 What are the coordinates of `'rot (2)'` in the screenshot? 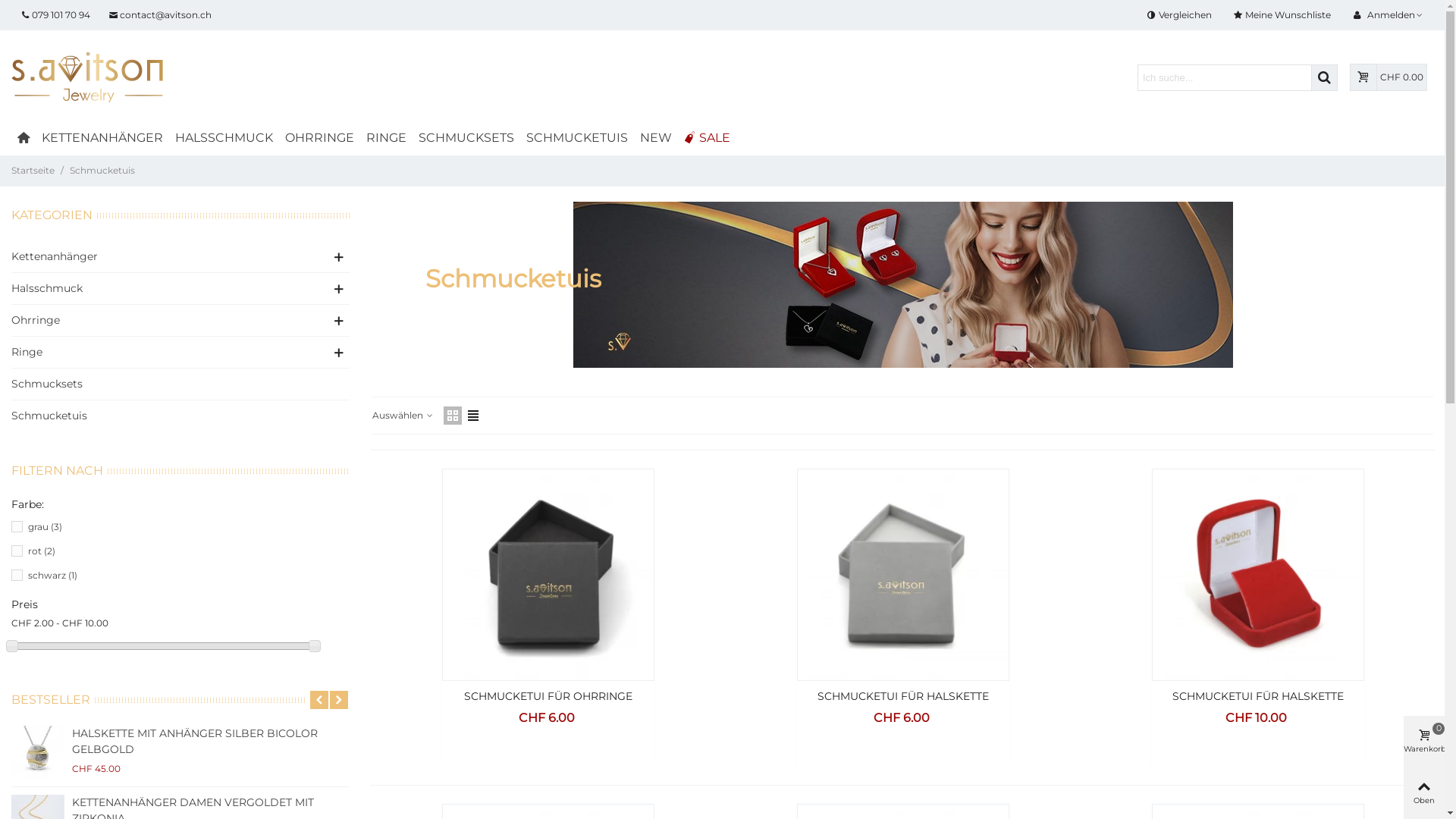 It's located at (28, 551).